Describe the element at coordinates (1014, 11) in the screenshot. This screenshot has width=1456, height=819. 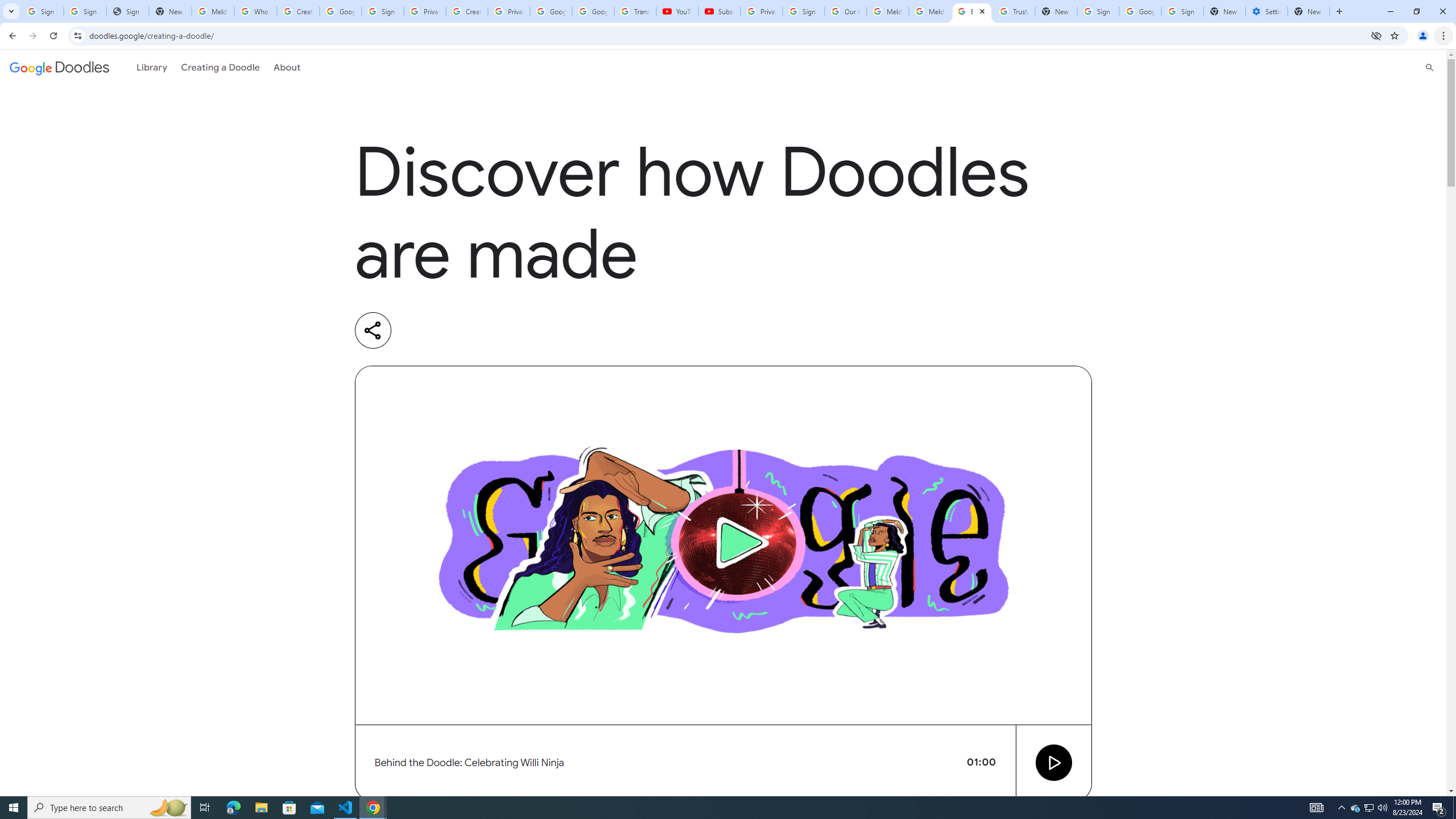
I see `'Trusted Information and Content - Google Safety Center'` at that location.